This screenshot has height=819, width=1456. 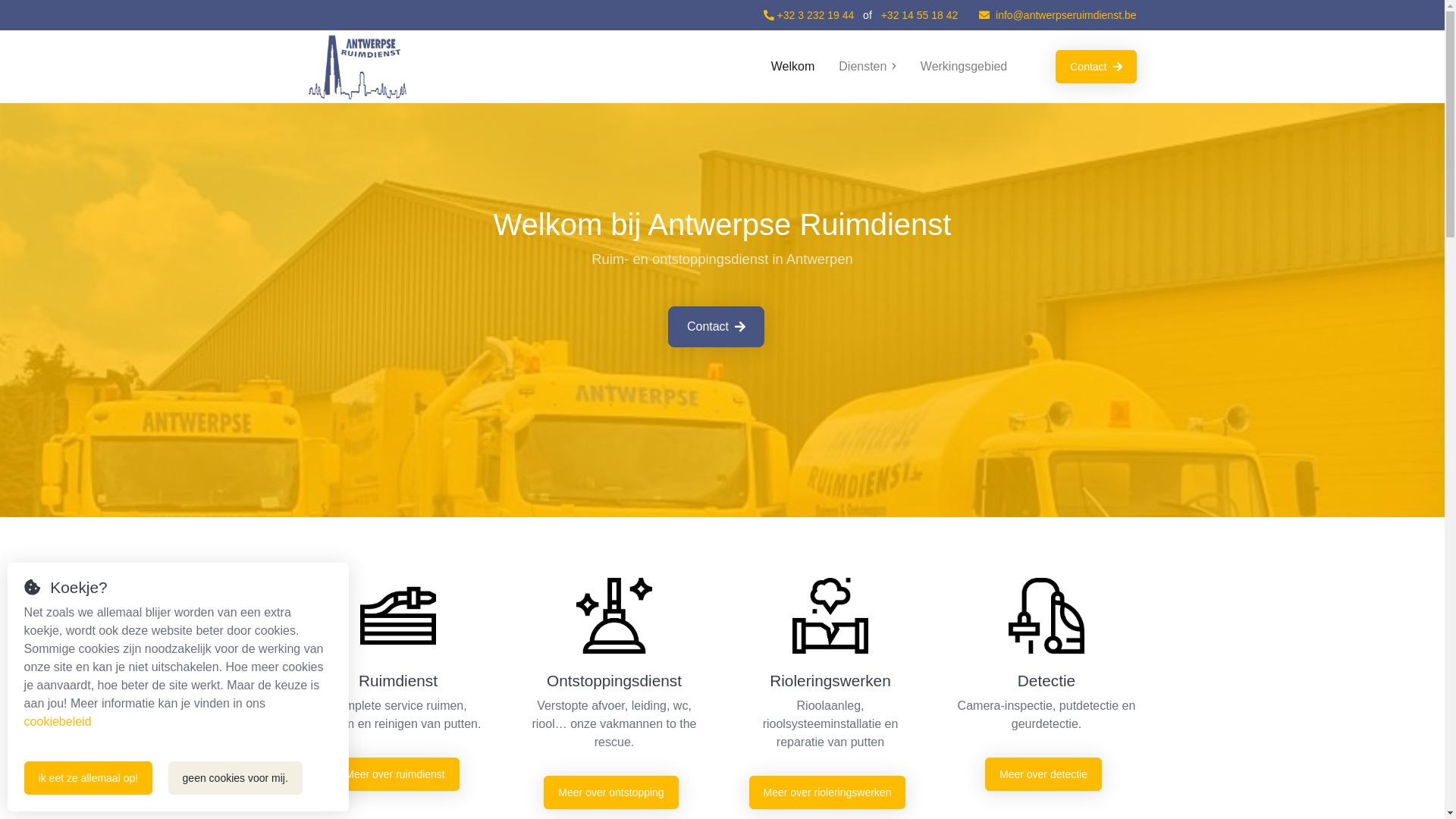 What do you see at coordinates (715, 326) in the screenshot?
I see `'Contact'` at bounding box center [715, 326].